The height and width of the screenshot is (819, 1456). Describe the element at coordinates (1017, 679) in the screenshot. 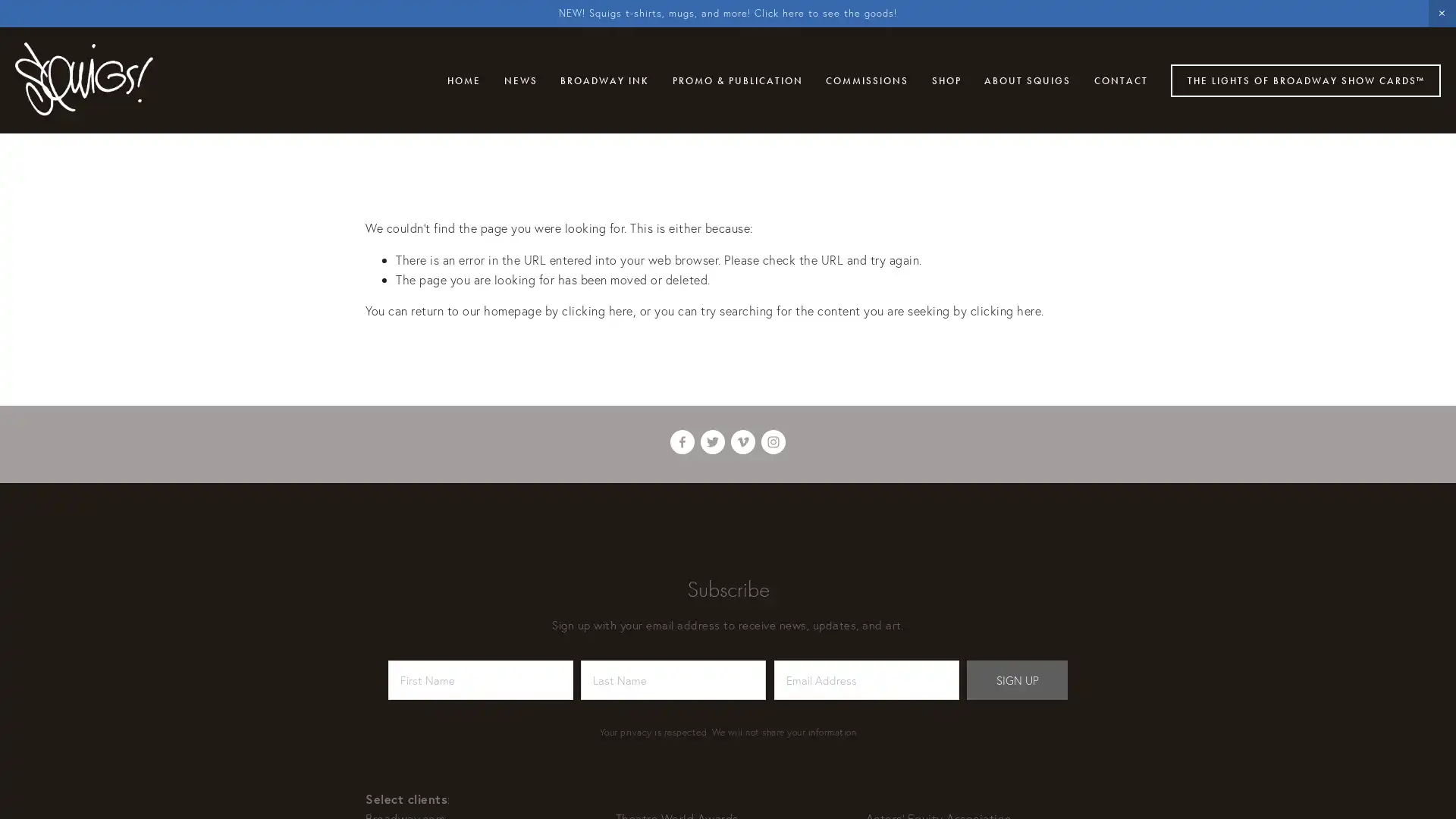

I see `SIGN UP` at that location.